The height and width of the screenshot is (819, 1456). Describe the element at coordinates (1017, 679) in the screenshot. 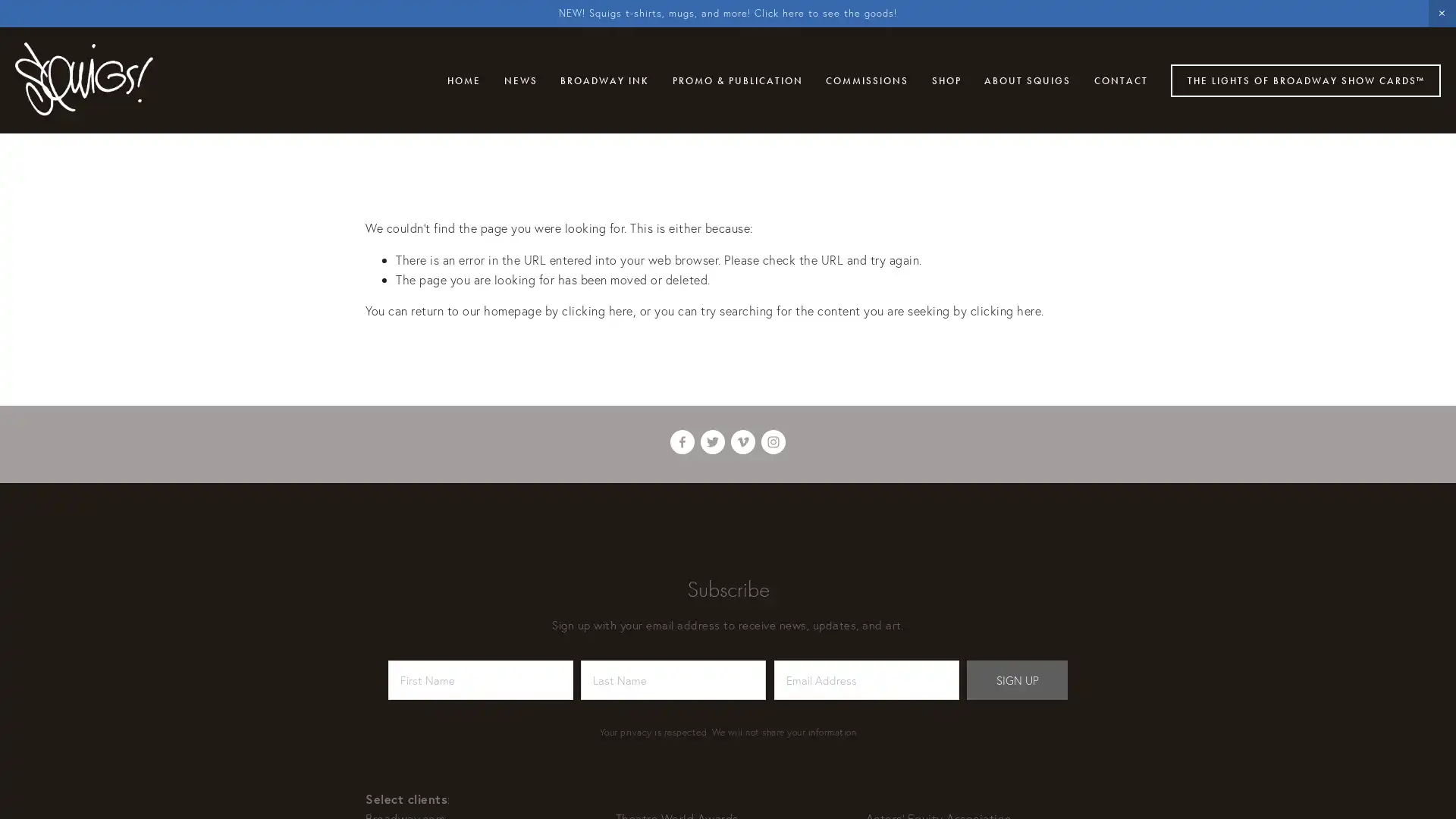

I see `SIGN UP` at that location.